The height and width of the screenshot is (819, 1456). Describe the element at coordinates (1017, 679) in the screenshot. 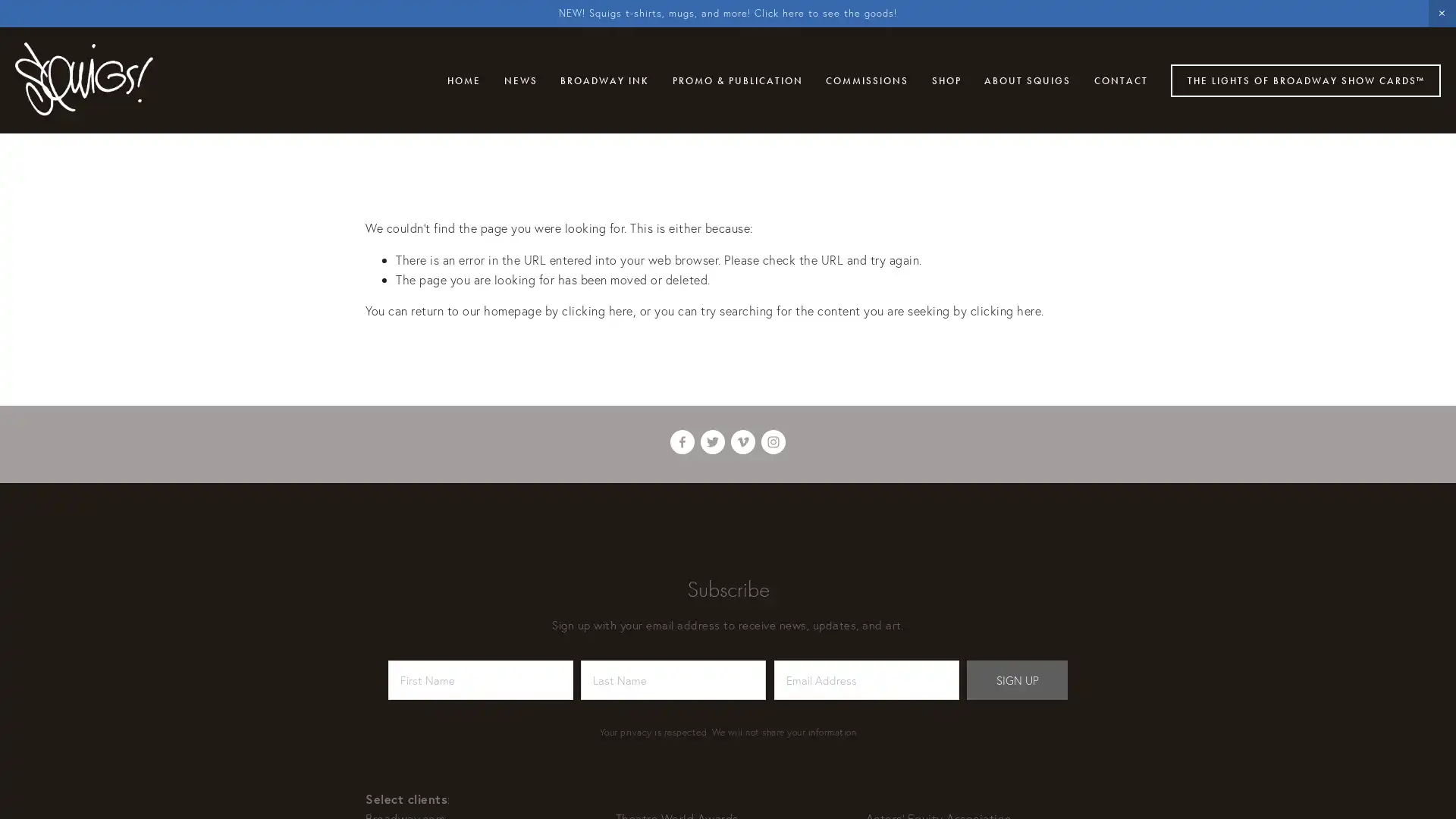

I see `SIGN UP` at that location.